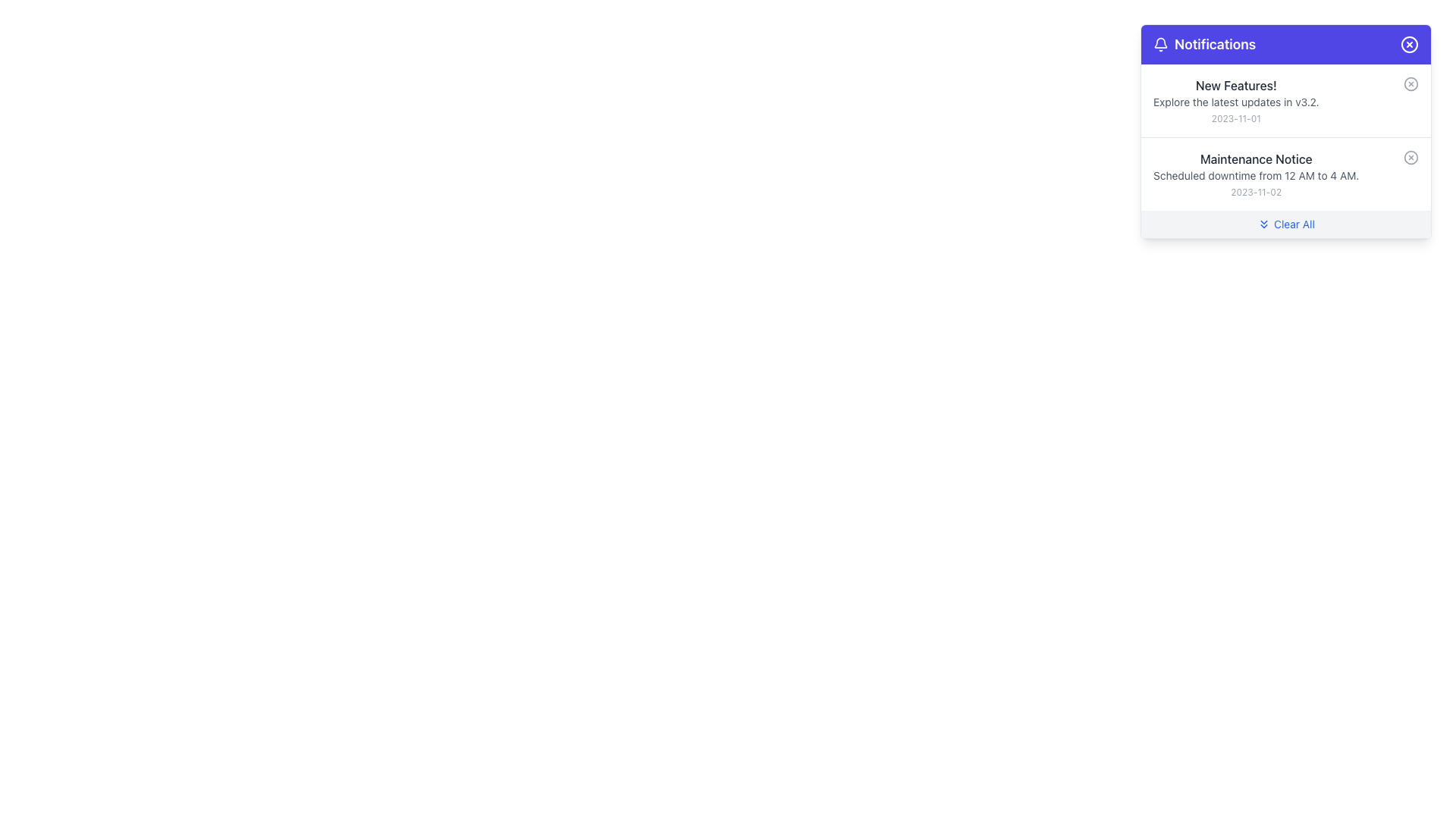 The height and width of the screenshot is (819, 1456). What do you see at coordinates (1285, 173) in the screenshot?
I see `the second notification item under the 'Notifications' header, which is positioned below the 'New Features!' notification` at bounding box center [1285, 173].